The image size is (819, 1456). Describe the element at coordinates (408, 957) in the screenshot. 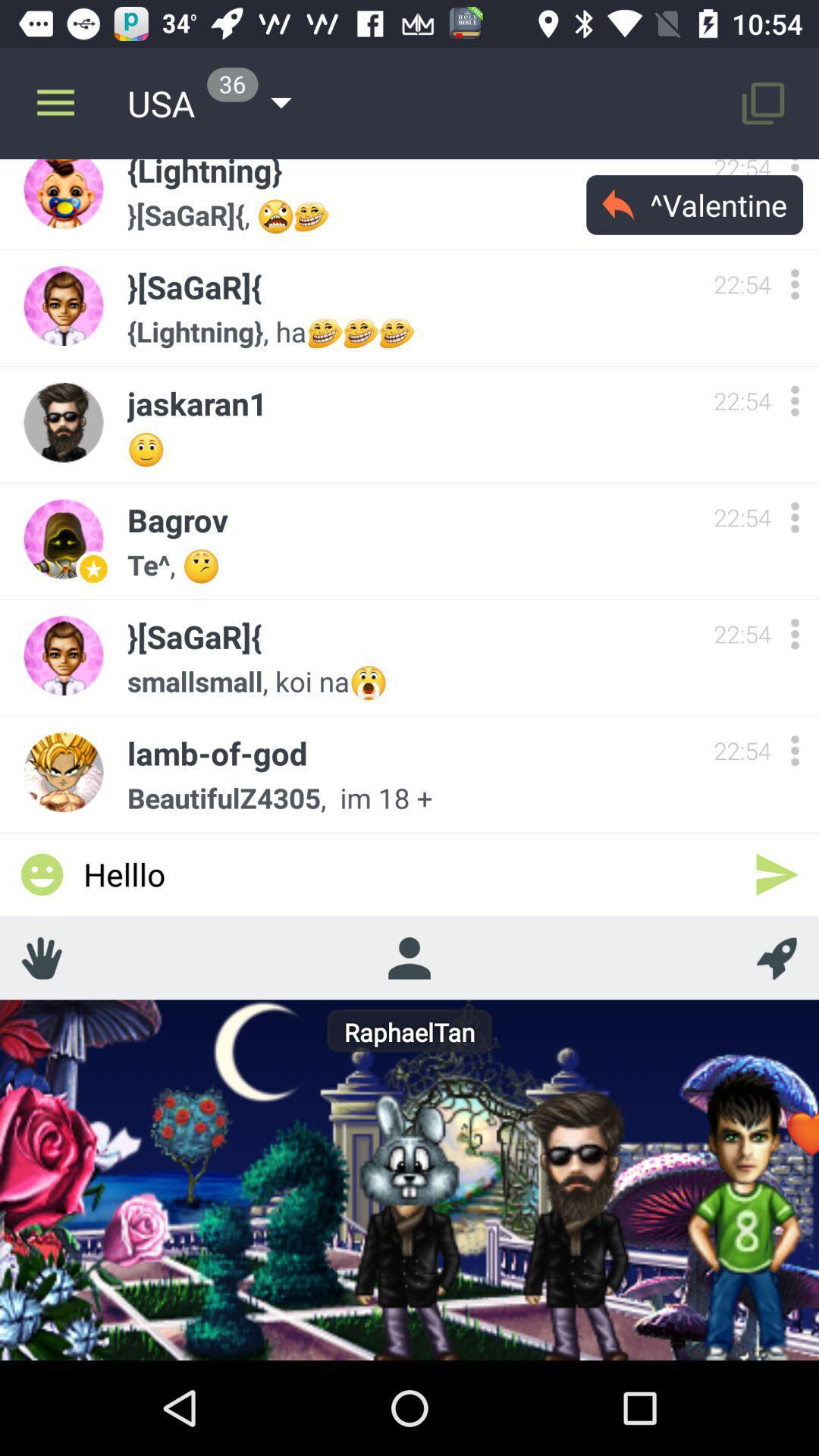

I see `contact` at that location.